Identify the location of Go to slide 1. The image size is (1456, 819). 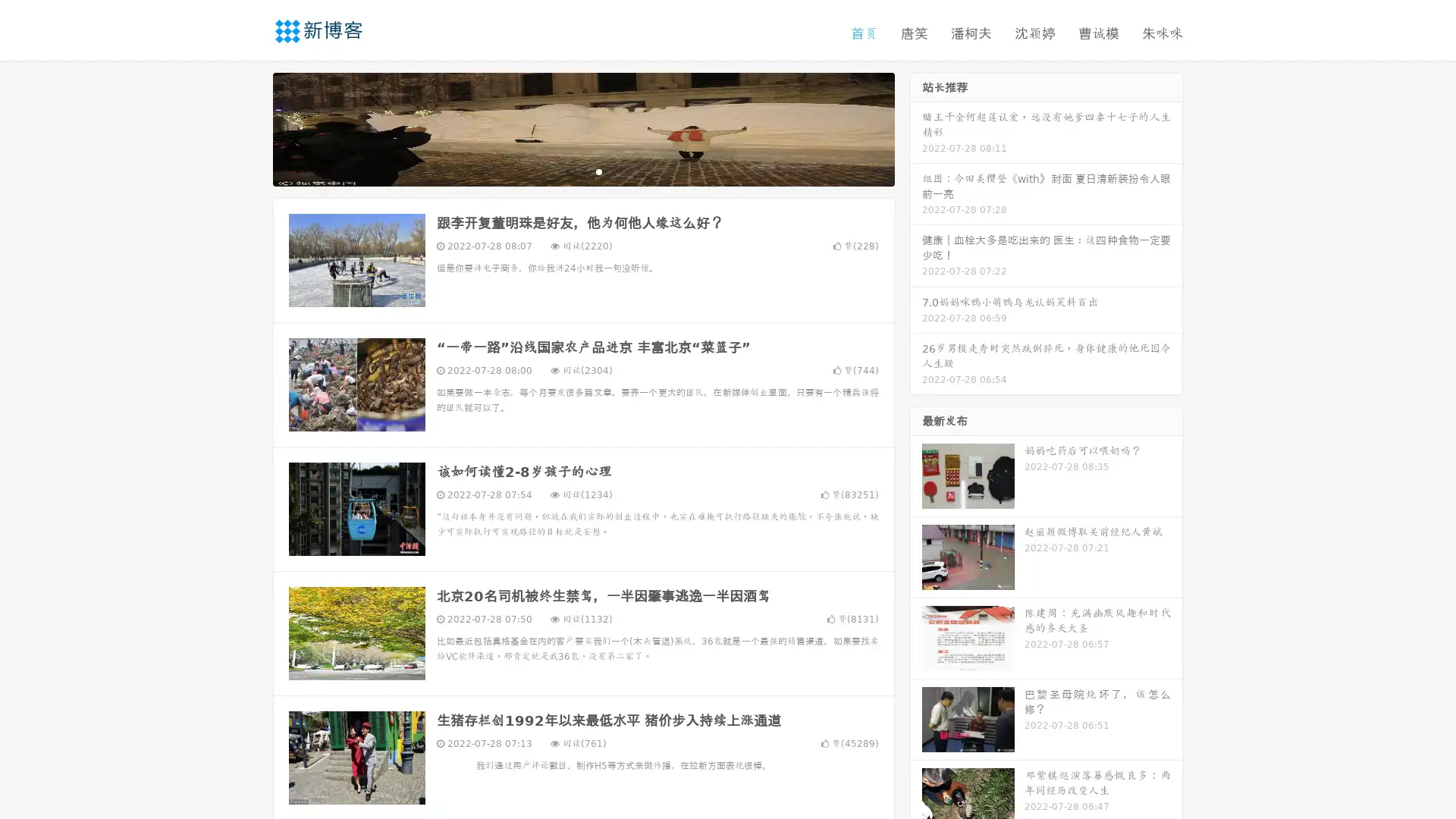
(567, 171).